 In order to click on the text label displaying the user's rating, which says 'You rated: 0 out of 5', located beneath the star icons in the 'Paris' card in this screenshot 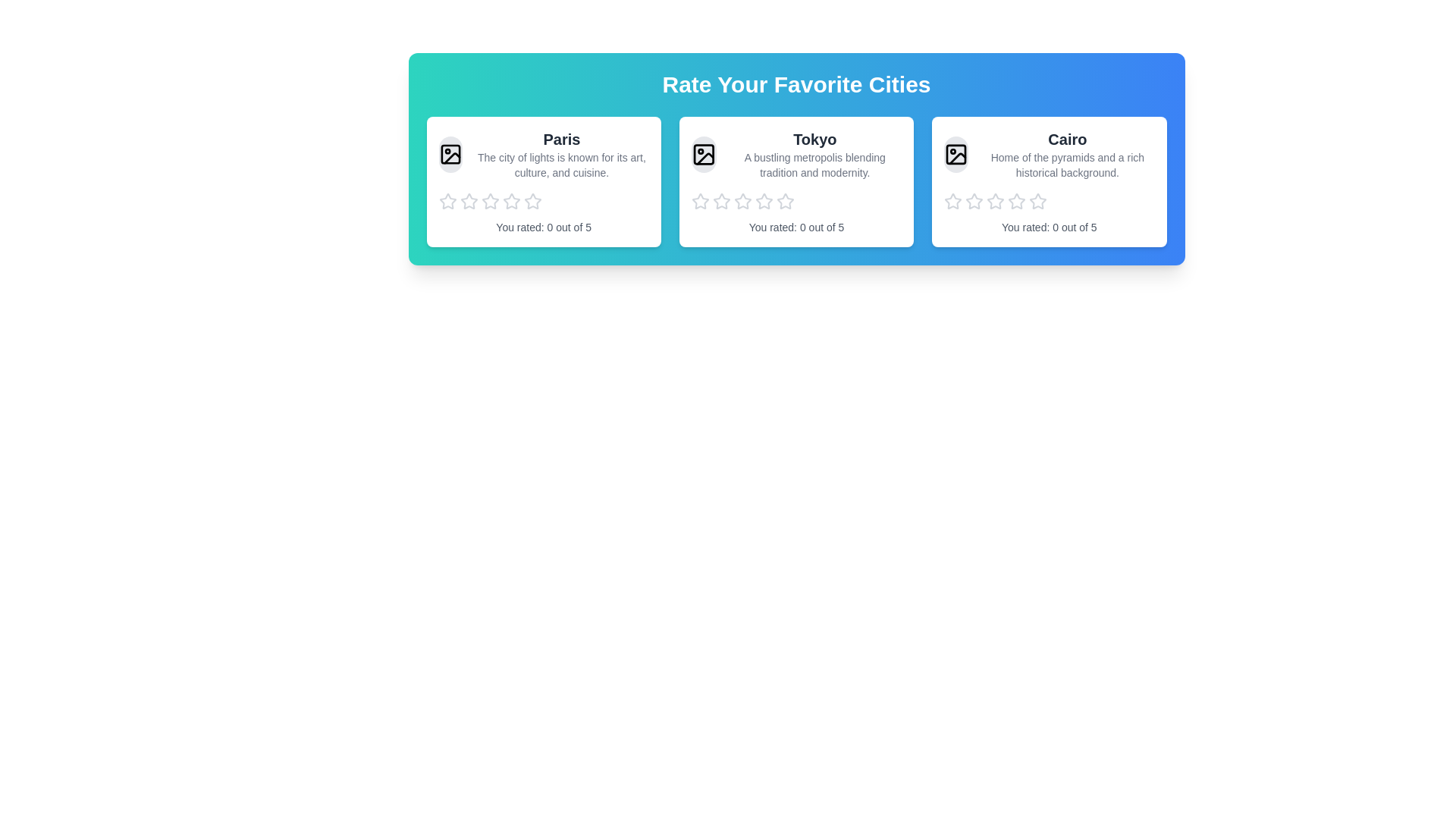, I will do `click(544, 227)`.